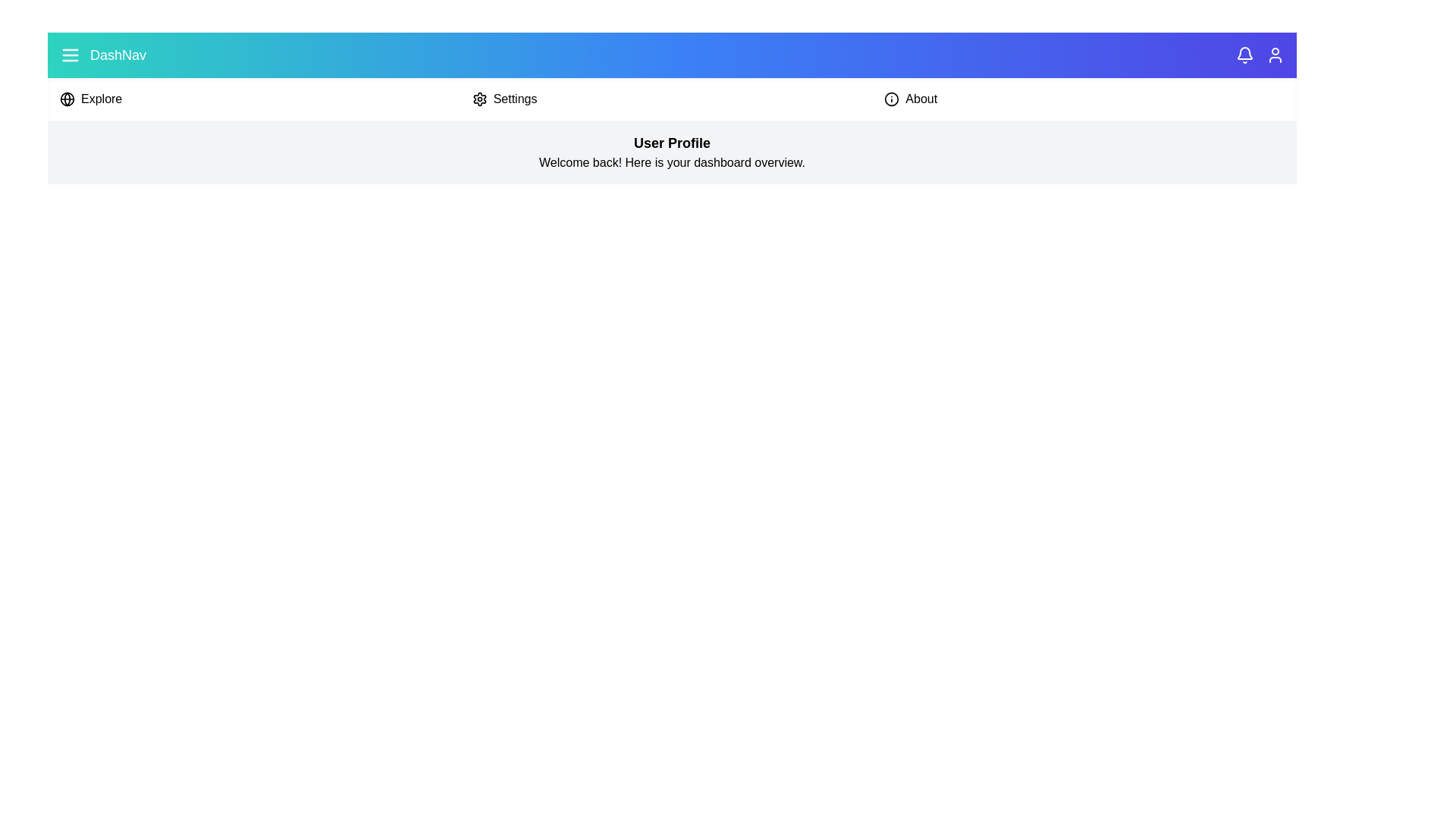 This screenshot has height=819, width=1456. I want to click on the menu_button to see its interactive state, so click(69, 55).